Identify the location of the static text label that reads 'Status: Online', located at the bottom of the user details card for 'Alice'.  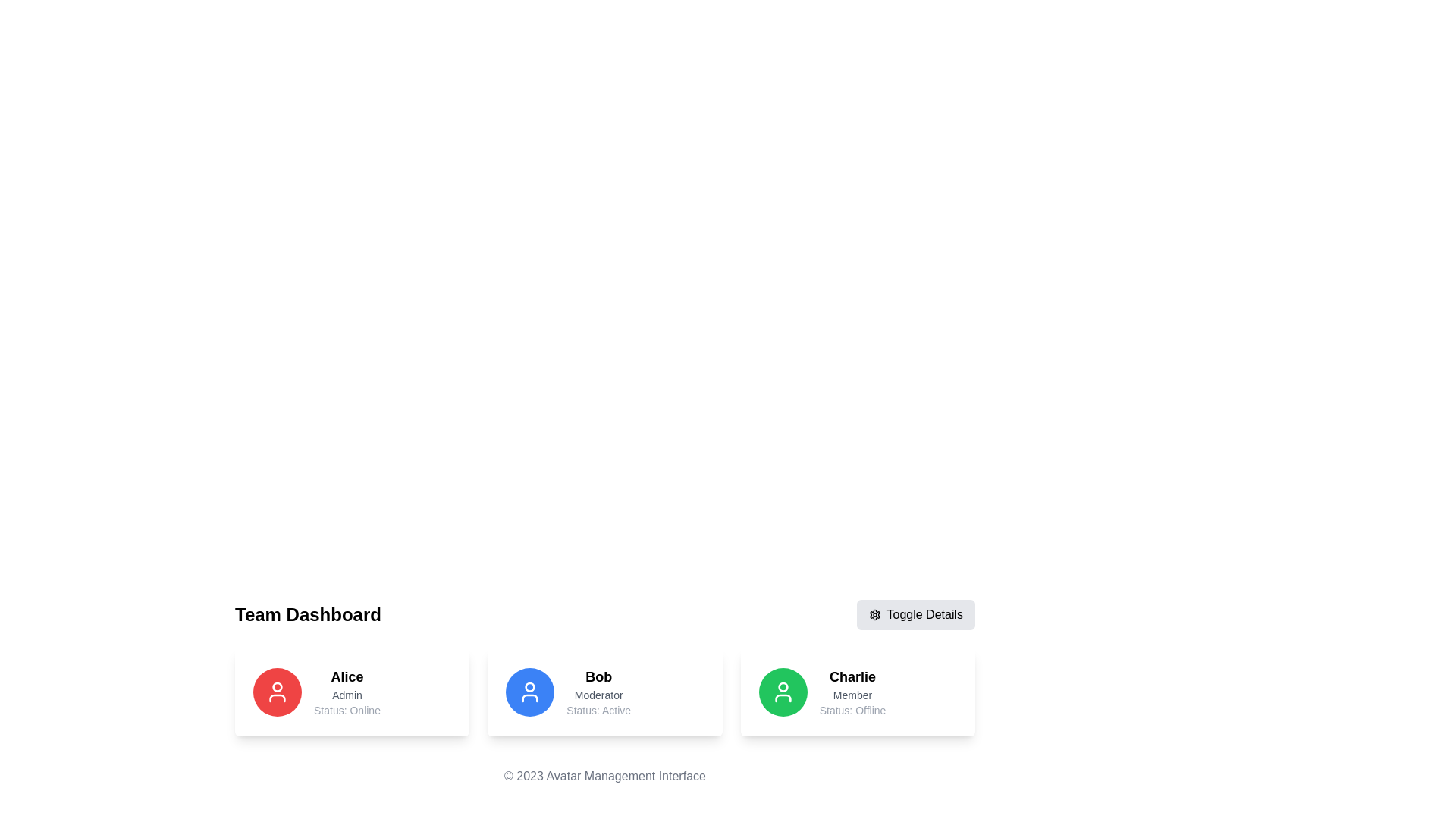
(346, 711).